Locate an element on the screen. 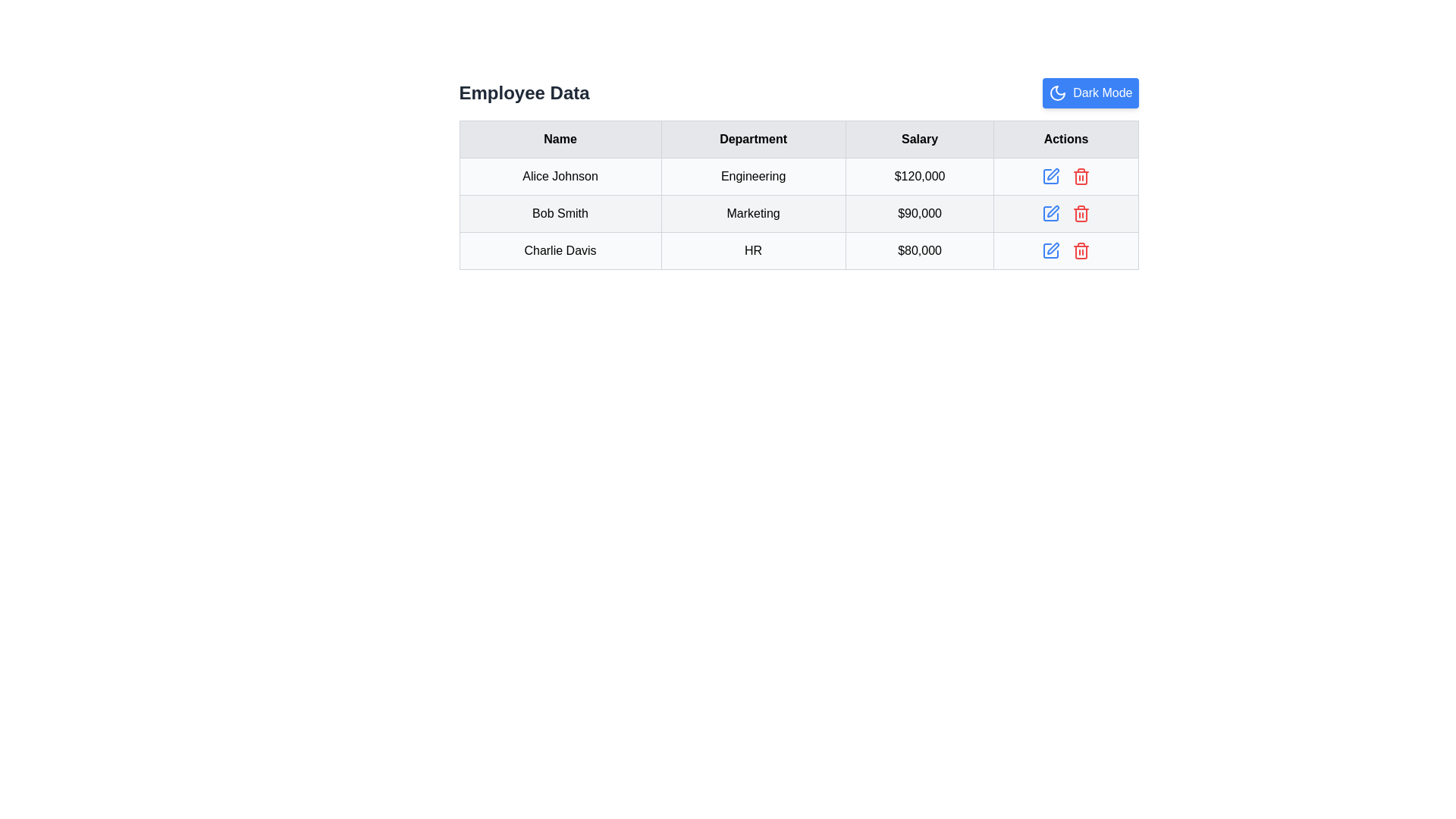  text displayed in the 'Department' cell of the Employee Data table, which indicates that Bob Smith works in the Marketing department is located at coordinates (753, 213).